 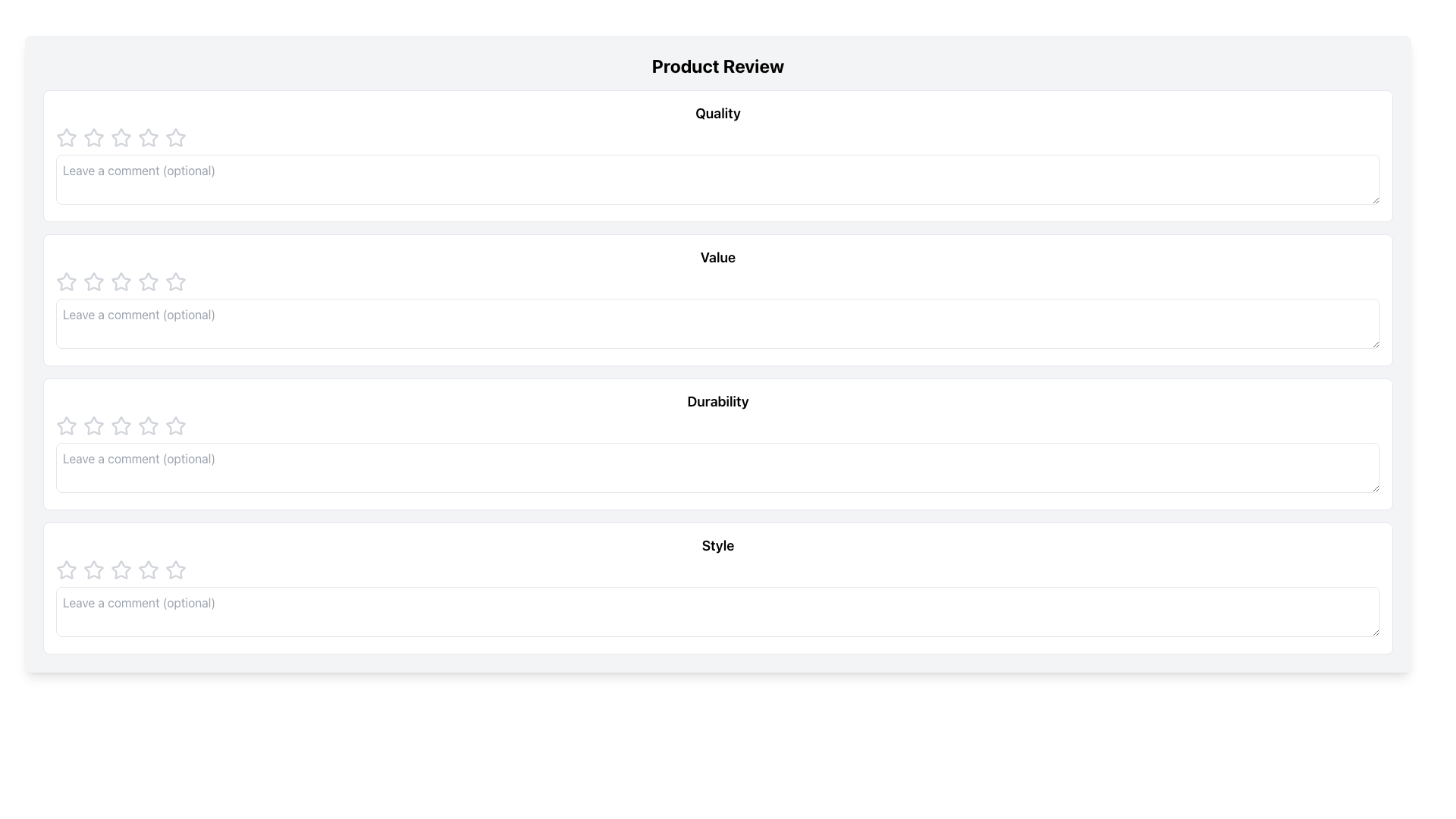 What do you see at coordinates (119, 425) in the screenshot?
I see `the first star icon button for selecting and confirming the rating for the 'Durability' criterion` at bounding box center [119, 425].